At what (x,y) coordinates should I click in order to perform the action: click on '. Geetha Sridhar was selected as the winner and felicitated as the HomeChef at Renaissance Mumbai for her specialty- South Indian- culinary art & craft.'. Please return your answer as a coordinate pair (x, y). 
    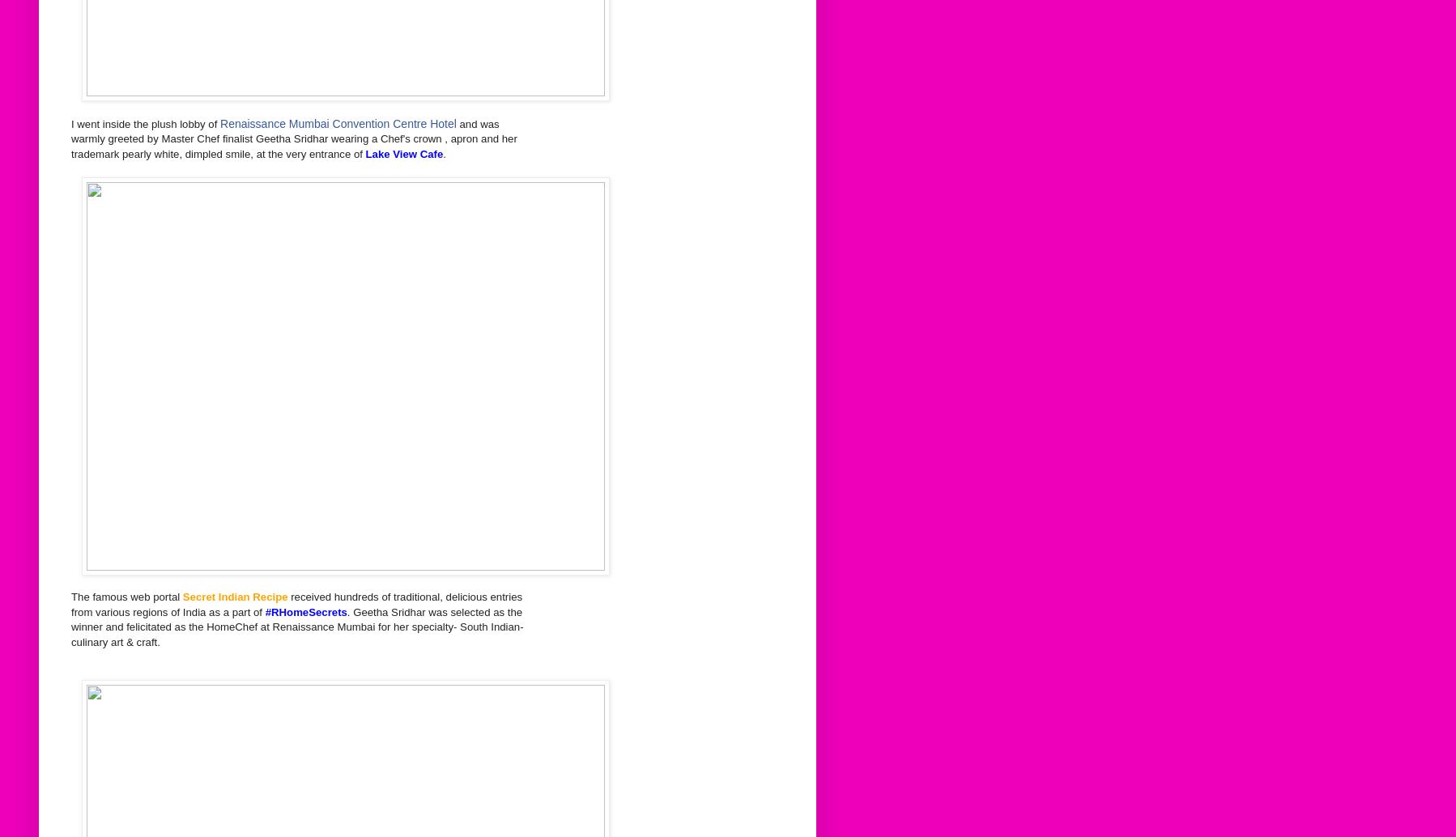
    Looking at the image, I should click on (296, 626).